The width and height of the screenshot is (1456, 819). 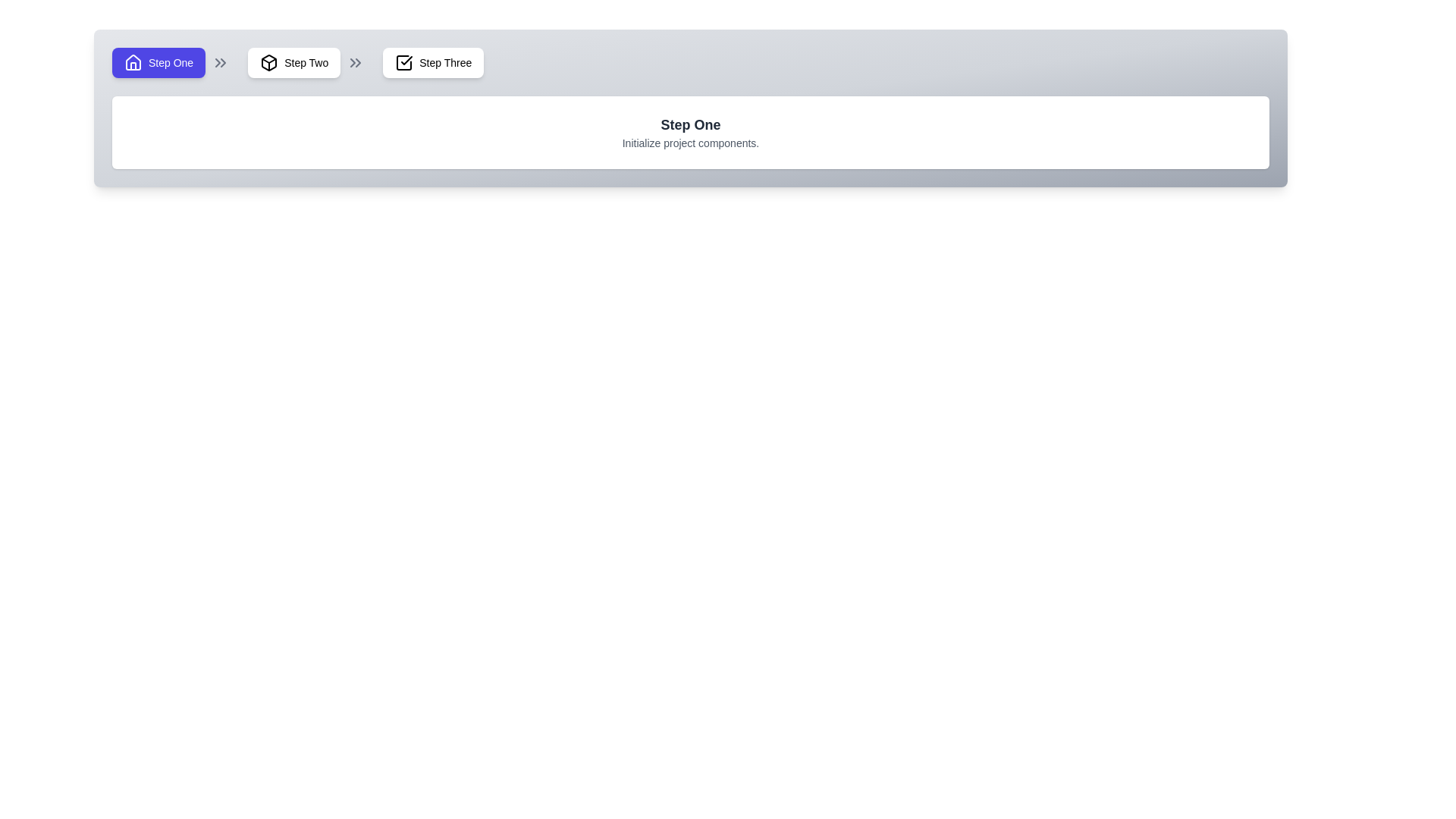 What do you see at coordinates (174, 62) in the screenshot?
I see `the 'Step One' button, which has a blue background, rounded corners, and white text` at bounding box center [174, 62].